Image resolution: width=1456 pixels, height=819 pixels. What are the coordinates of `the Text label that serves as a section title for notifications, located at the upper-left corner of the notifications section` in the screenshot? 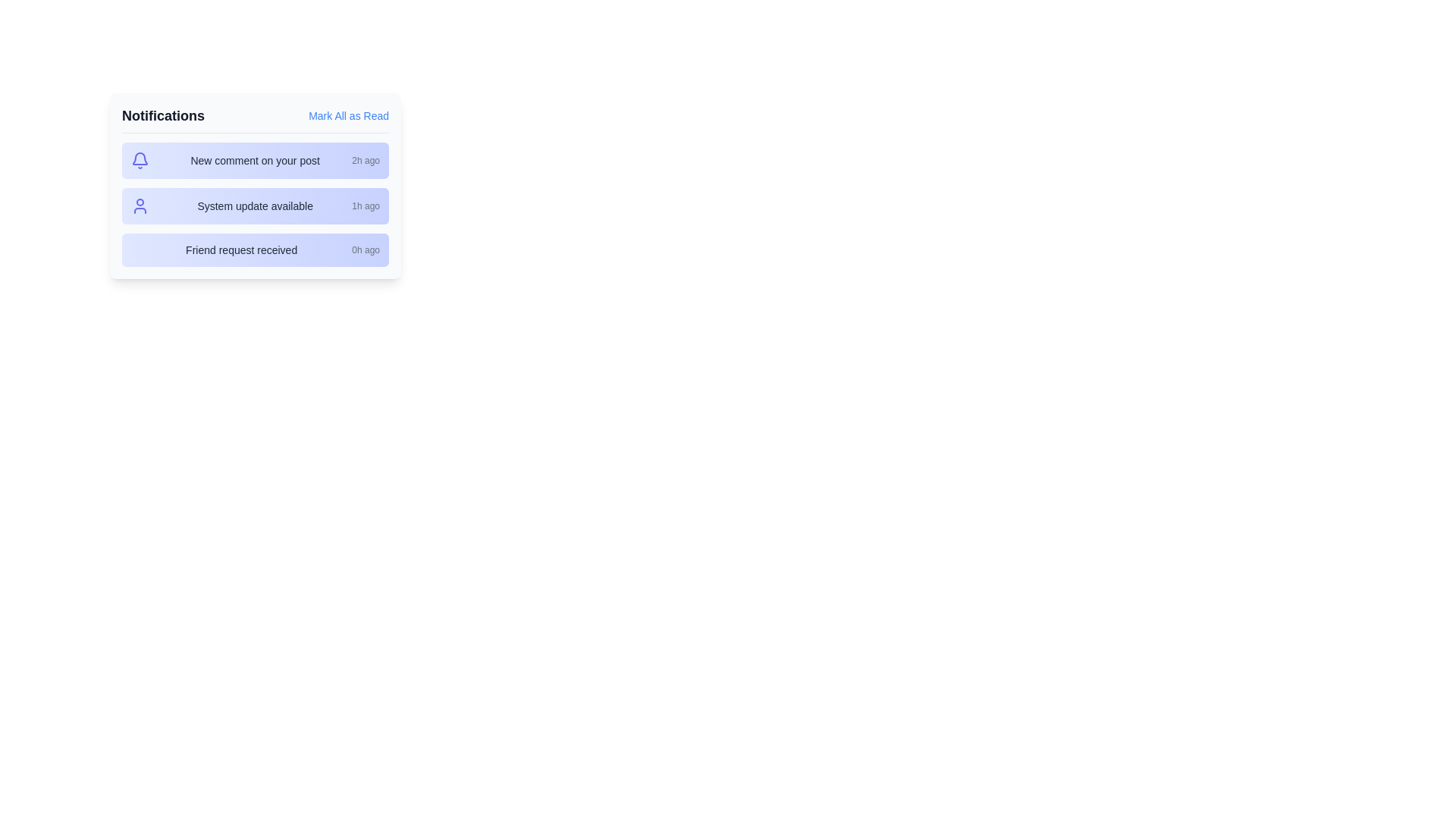 It's located at (163, 115).